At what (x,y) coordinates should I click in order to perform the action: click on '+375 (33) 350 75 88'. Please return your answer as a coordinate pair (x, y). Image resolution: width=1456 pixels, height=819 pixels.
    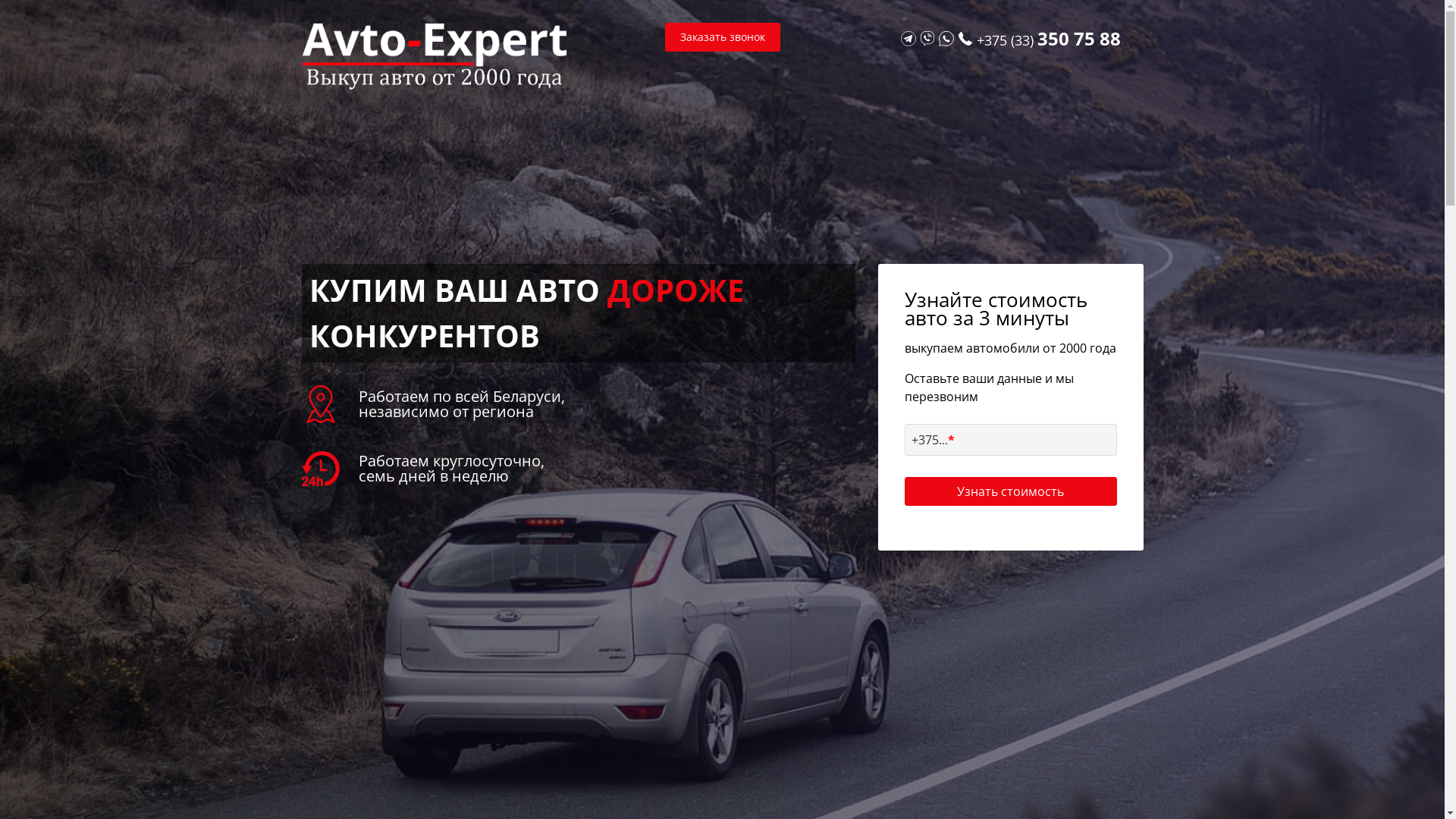
    Looking at the image, I should click on (1047, 39).